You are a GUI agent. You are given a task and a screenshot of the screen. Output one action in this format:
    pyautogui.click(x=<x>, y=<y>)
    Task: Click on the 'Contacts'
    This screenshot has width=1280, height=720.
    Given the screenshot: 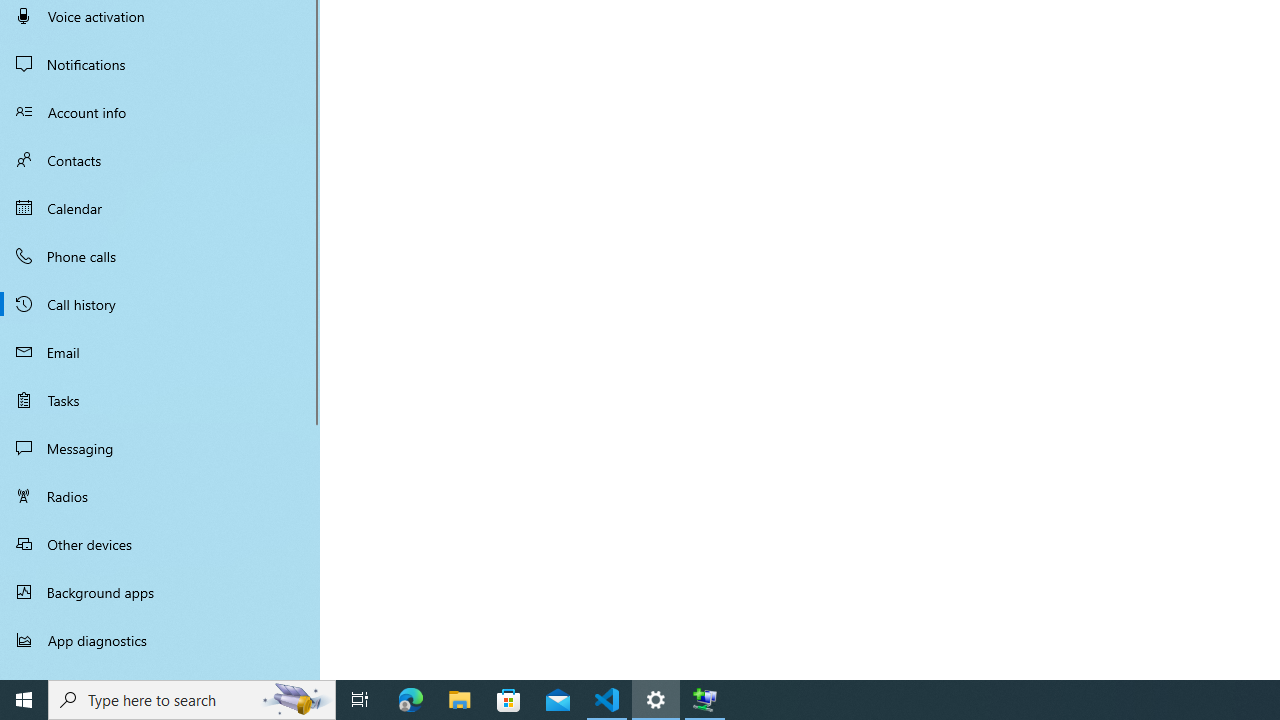 What is the action you would take?
    pyautogui.click(x=160, y=159)
    